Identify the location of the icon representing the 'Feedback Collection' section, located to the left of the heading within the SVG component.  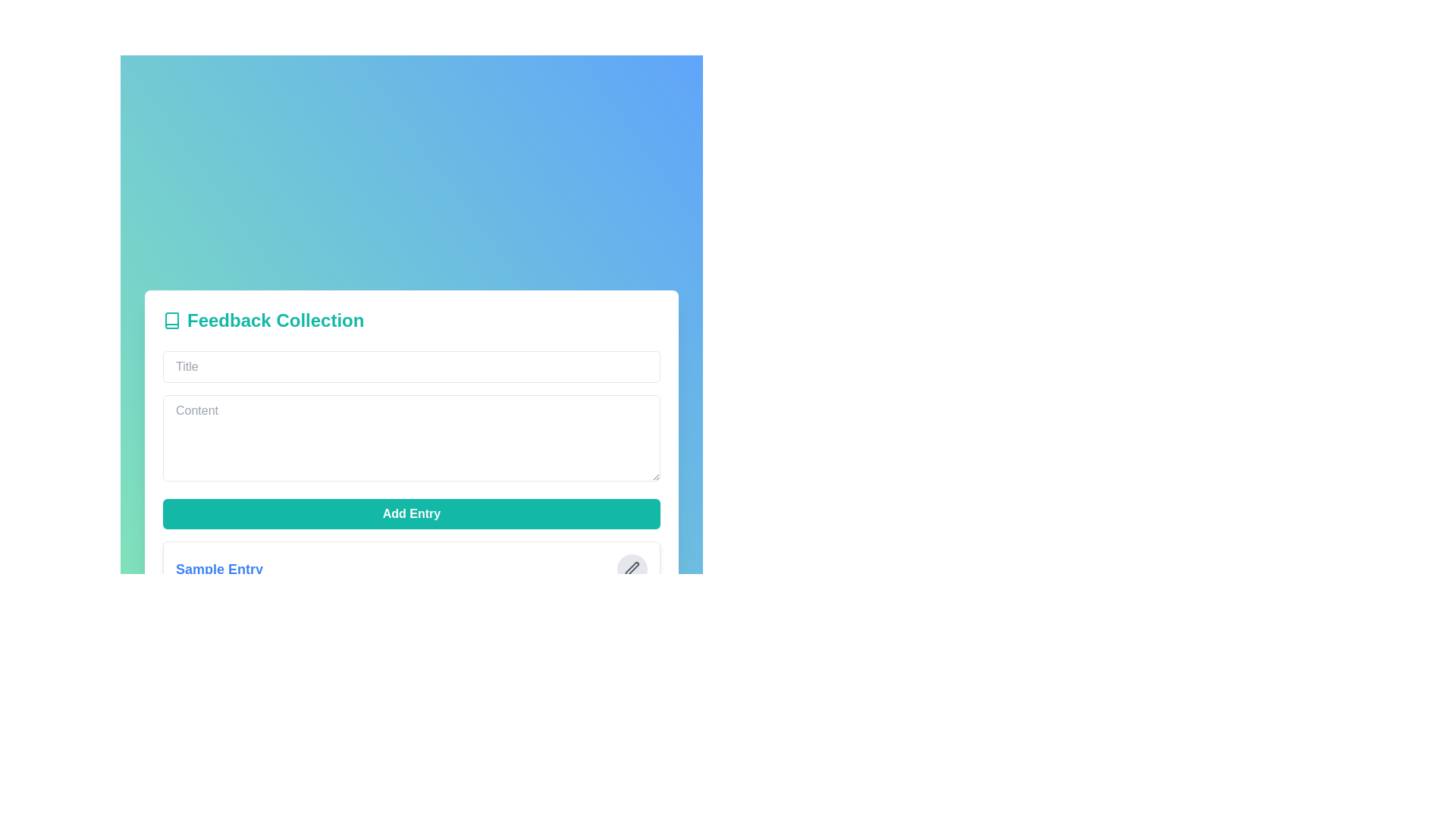
(171, 319).